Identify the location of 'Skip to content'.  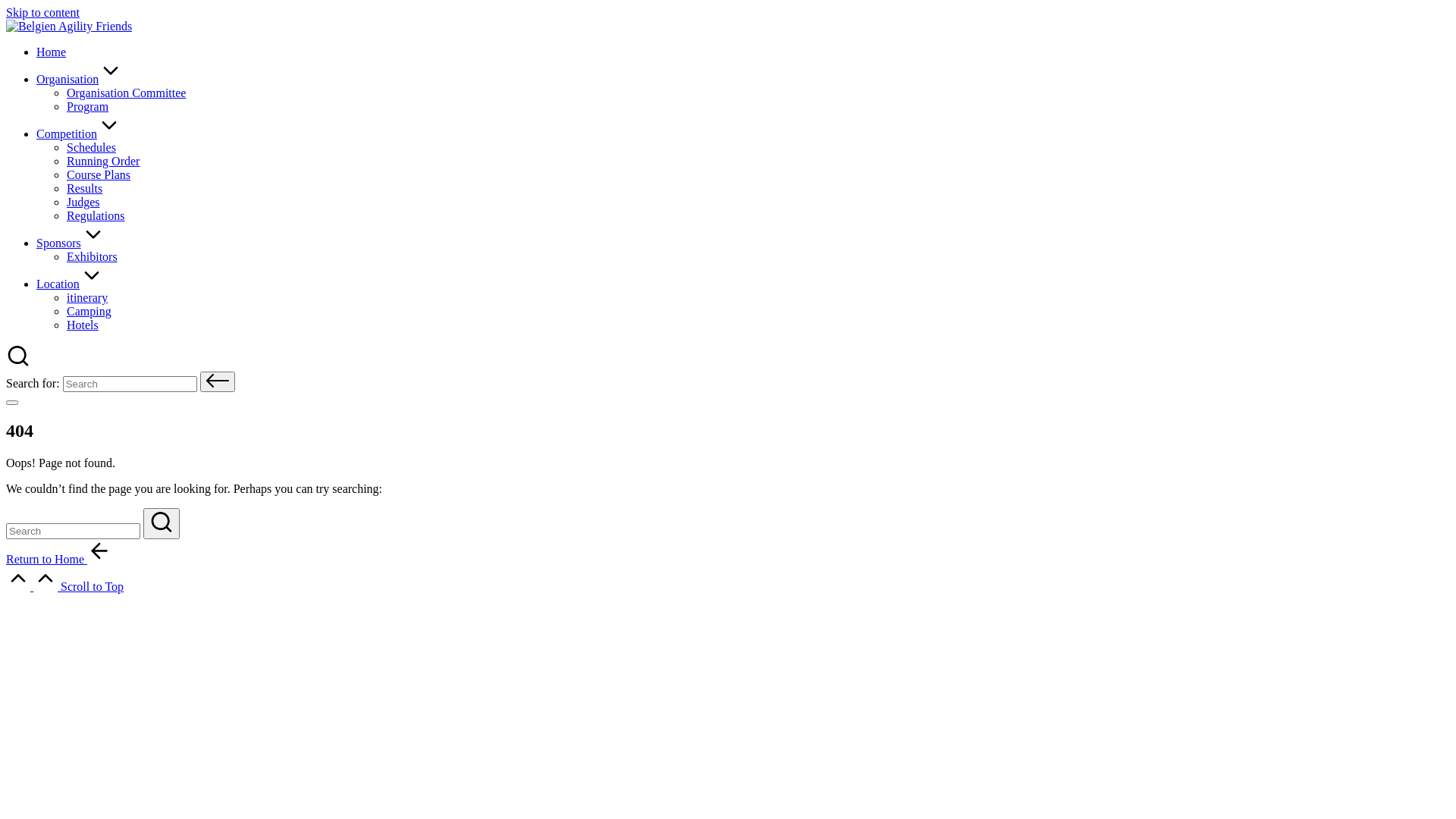
(42, 12).